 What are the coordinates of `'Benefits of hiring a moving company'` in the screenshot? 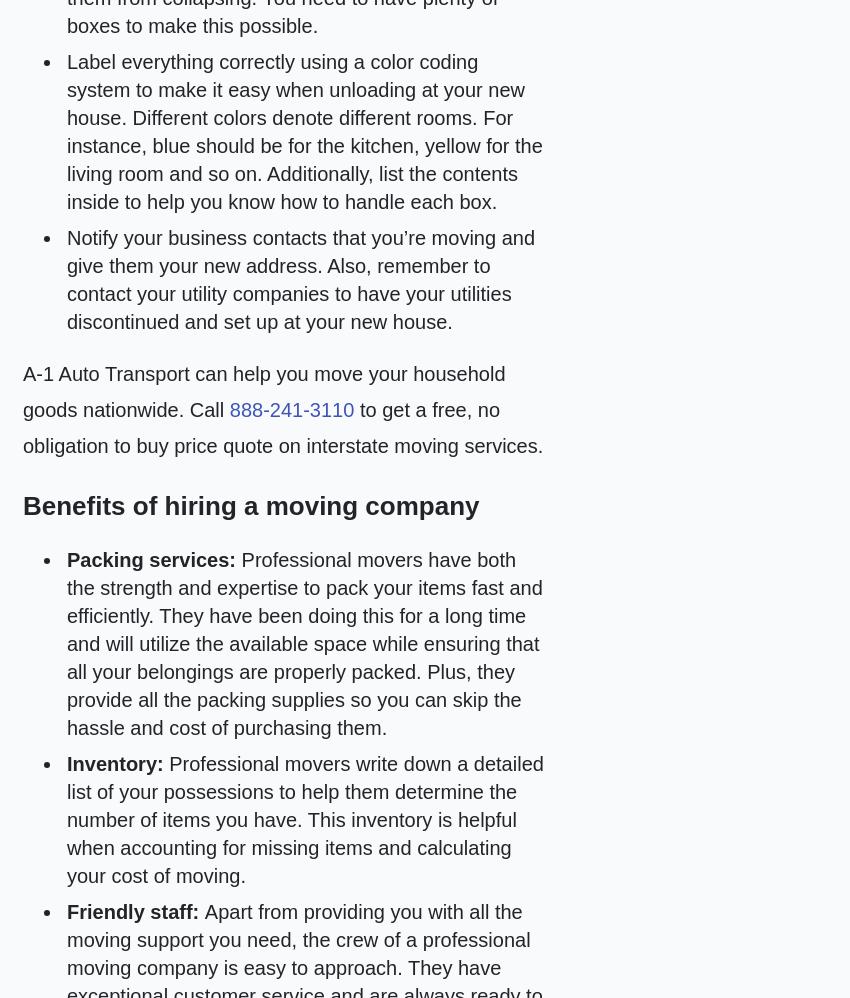 It's located at (251, 505).